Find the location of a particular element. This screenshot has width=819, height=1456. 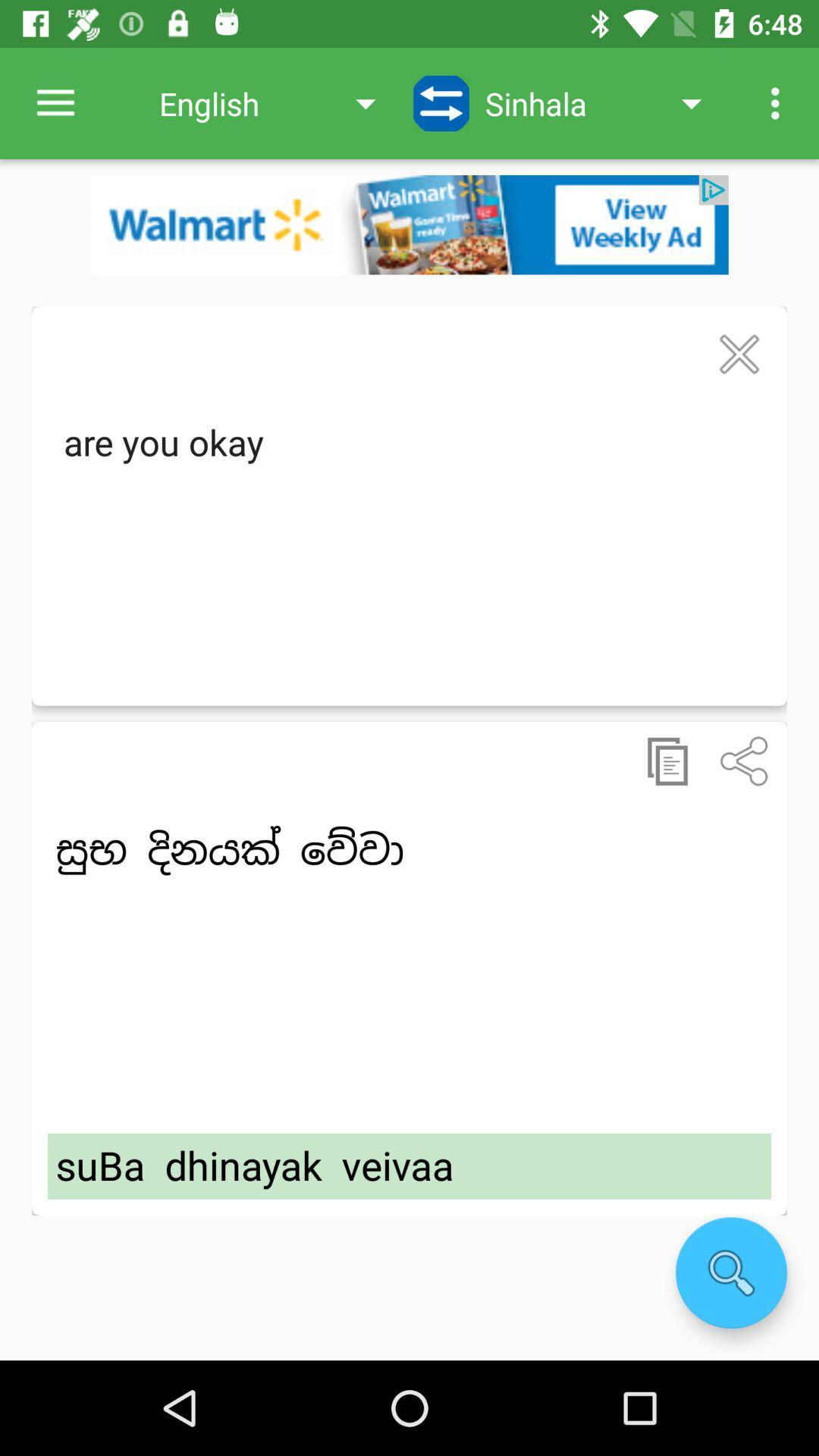

the are you okay is located at coordinates (409, 546).